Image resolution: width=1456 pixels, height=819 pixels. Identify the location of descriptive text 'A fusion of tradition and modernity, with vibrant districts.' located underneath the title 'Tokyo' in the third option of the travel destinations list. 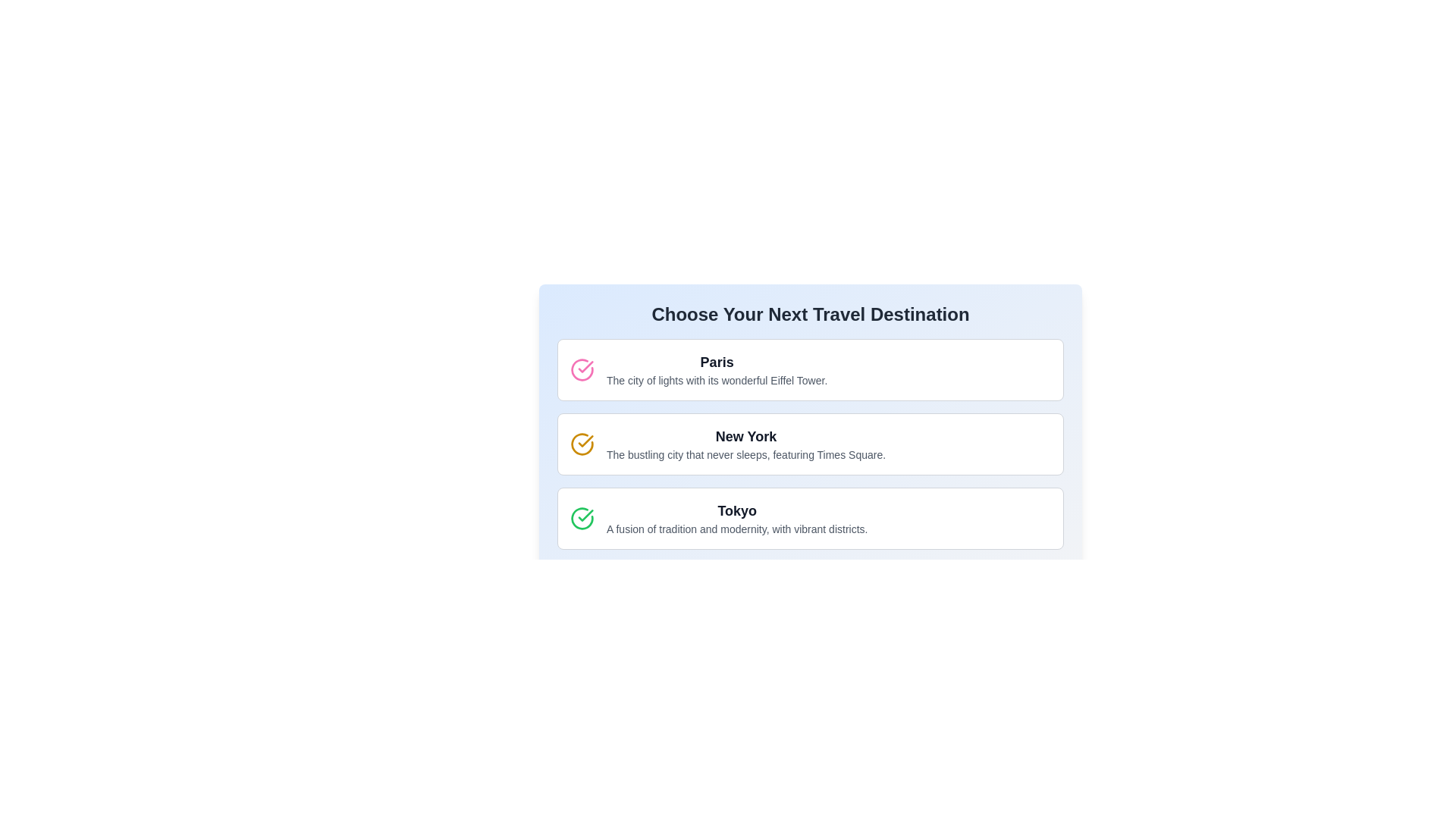
(737, 529).